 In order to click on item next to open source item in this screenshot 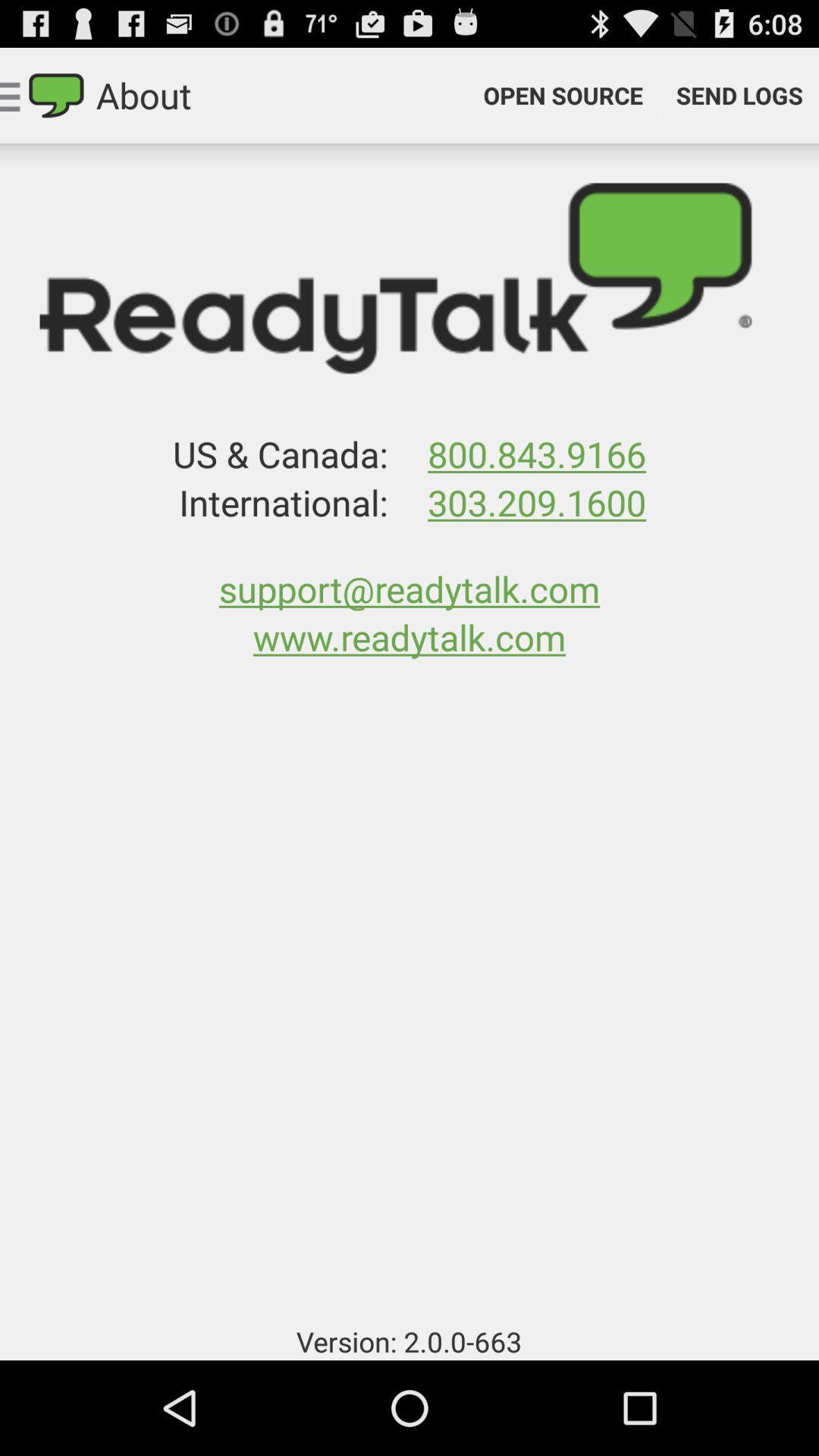, I will do `click(739, 94)`.